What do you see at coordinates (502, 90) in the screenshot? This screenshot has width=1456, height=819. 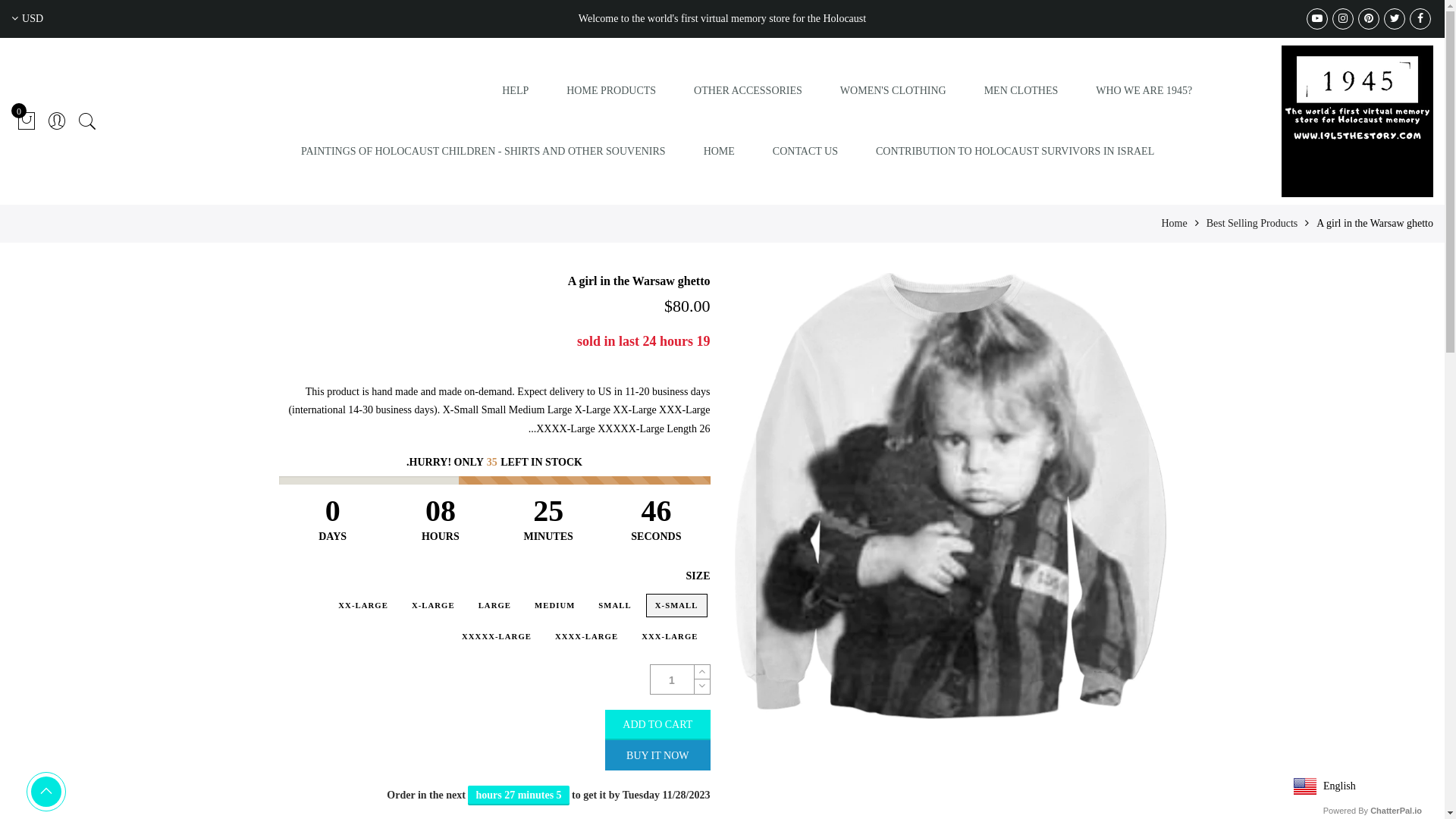 I see `'HELP'` at bounding box center [502, 90].